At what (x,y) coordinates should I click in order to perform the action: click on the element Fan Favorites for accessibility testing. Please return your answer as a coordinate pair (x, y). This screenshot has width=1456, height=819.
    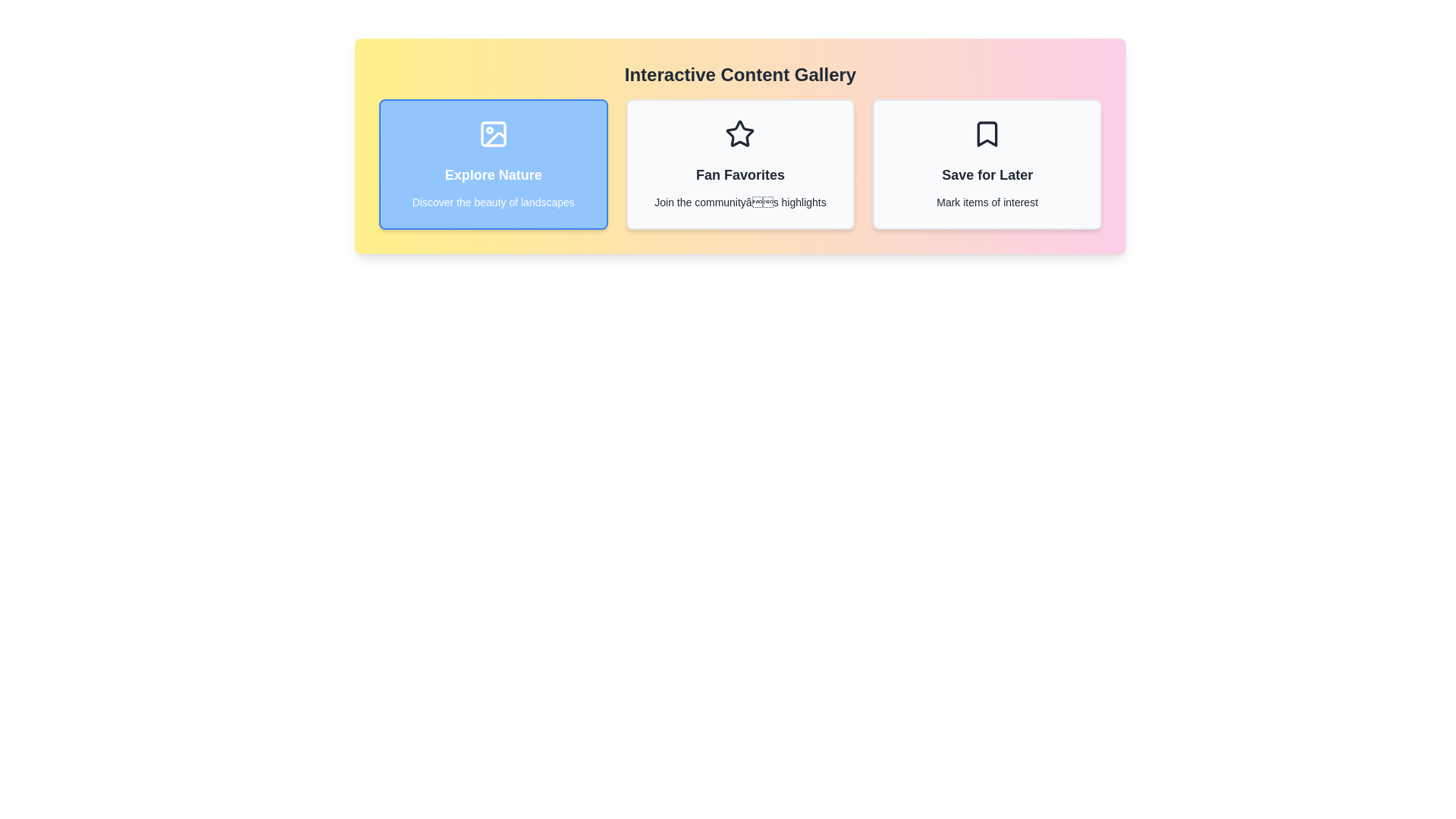
    Looking at the image, I should click on (740, 164).